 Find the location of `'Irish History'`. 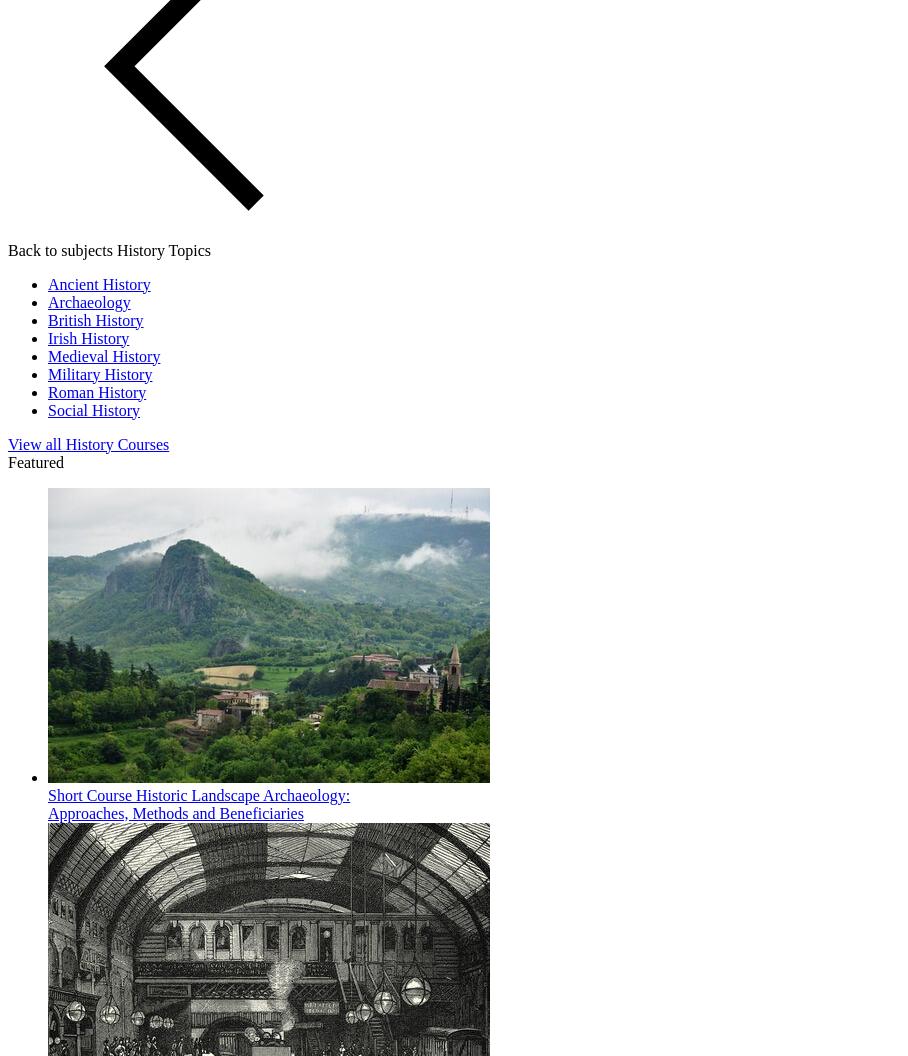

'Irish History' is located at coordinates (48, 336).